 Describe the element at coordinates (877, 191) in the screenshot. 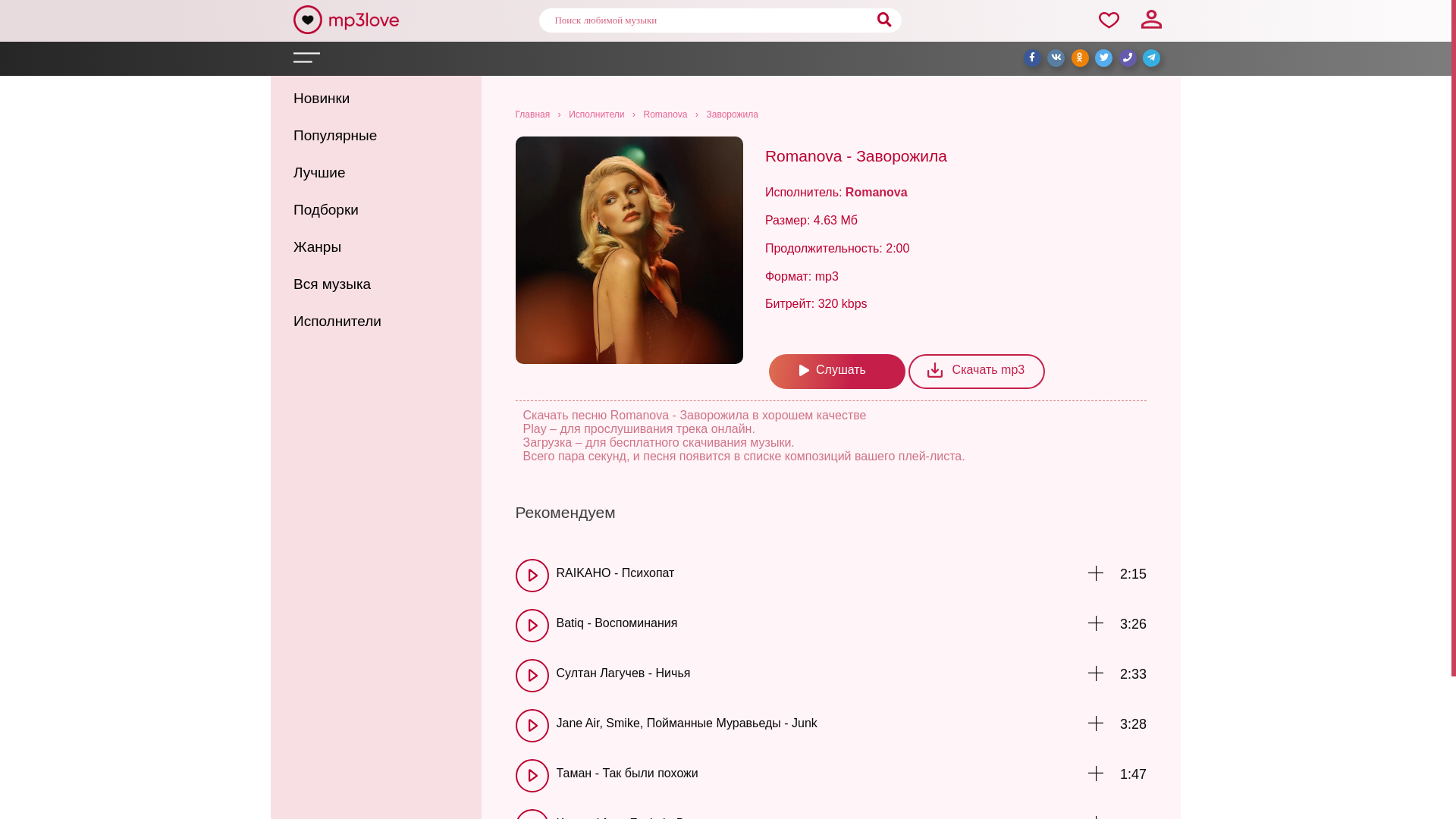

I see `'Romanova'` at that location.